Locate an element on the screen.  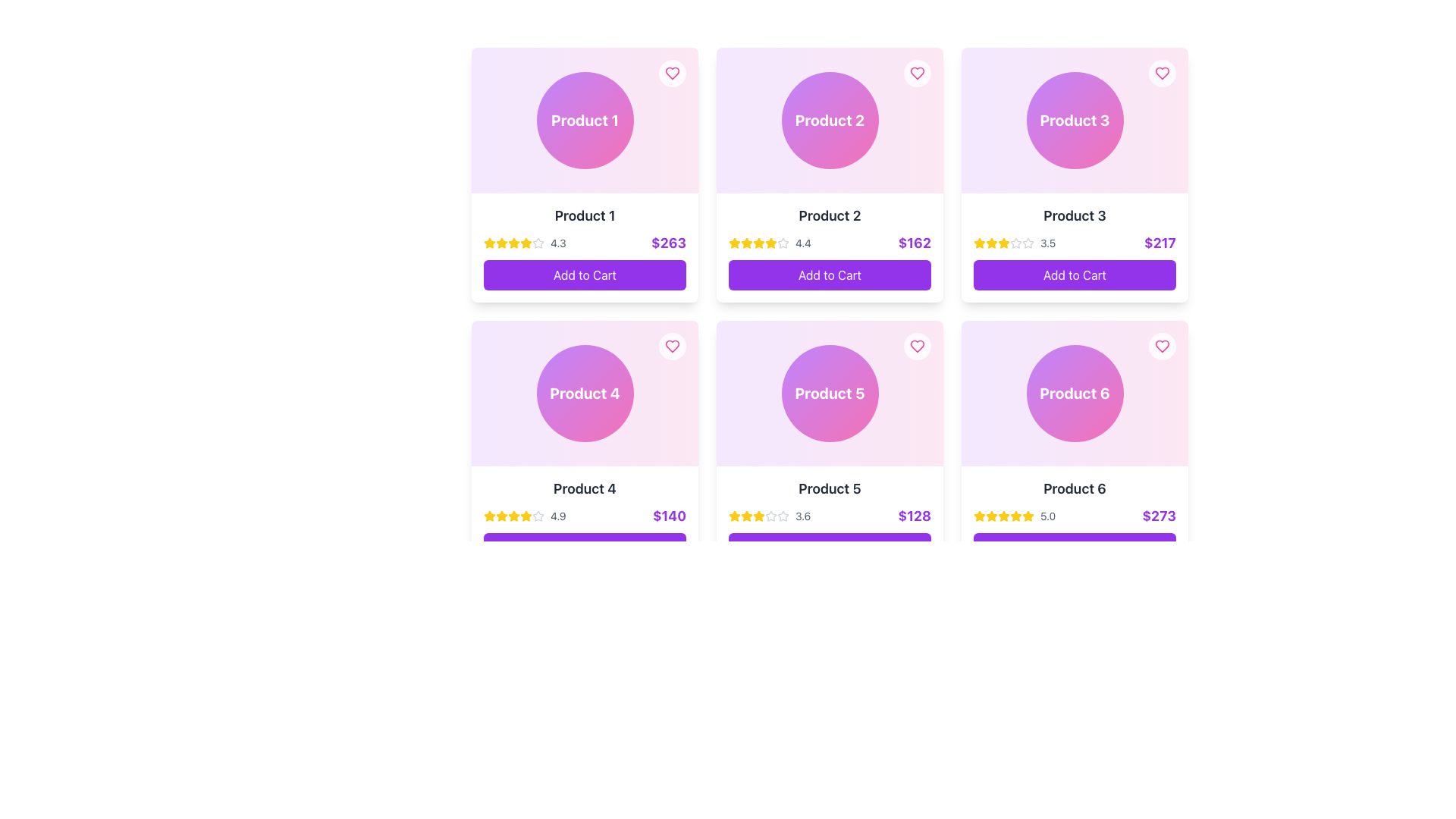
the appearance of the gray-colored outlined star icon with a hollow center, which is the last icon in a series of five star icons in the rating system for 'Product 4' is located at coordinates (538, 516).